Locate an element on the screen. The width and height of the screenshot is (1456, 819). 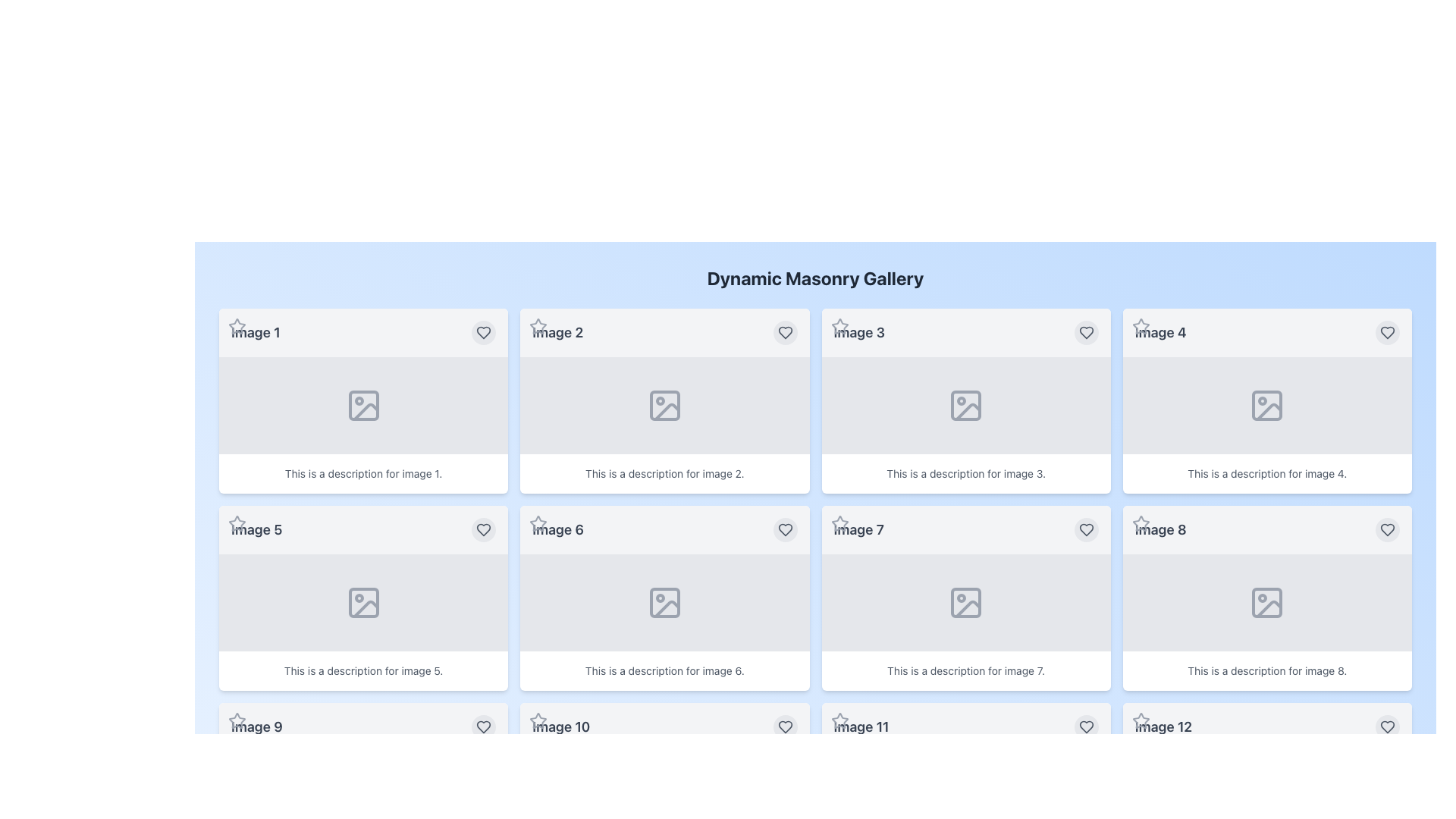
the image placeholder icon located in the eighth tile of the grid under 'Dynamic Masonry Gallery', centered above the description text 'This is a description for image 8' is located at coordinates (1267, 601).